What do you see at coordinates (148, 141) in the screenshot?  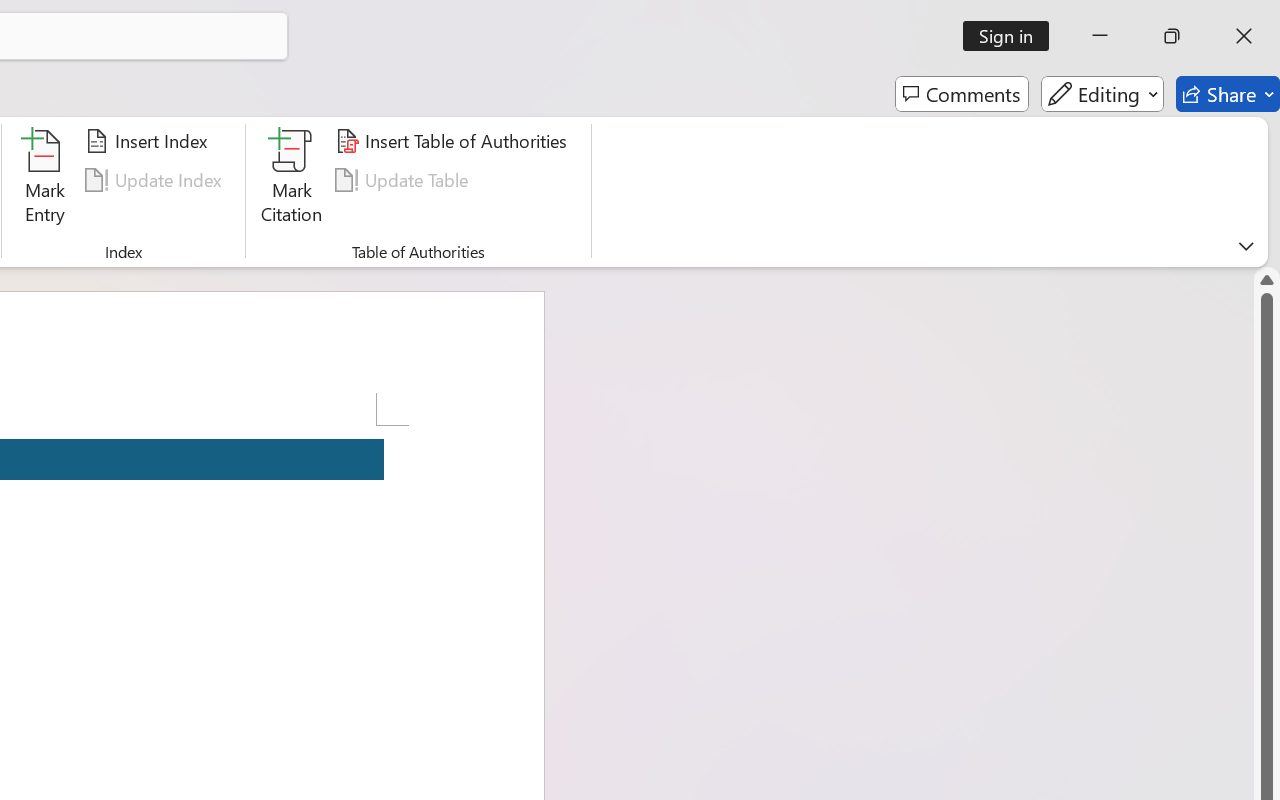 I see `'Insert Index...'` at bounding box center [148, 141].